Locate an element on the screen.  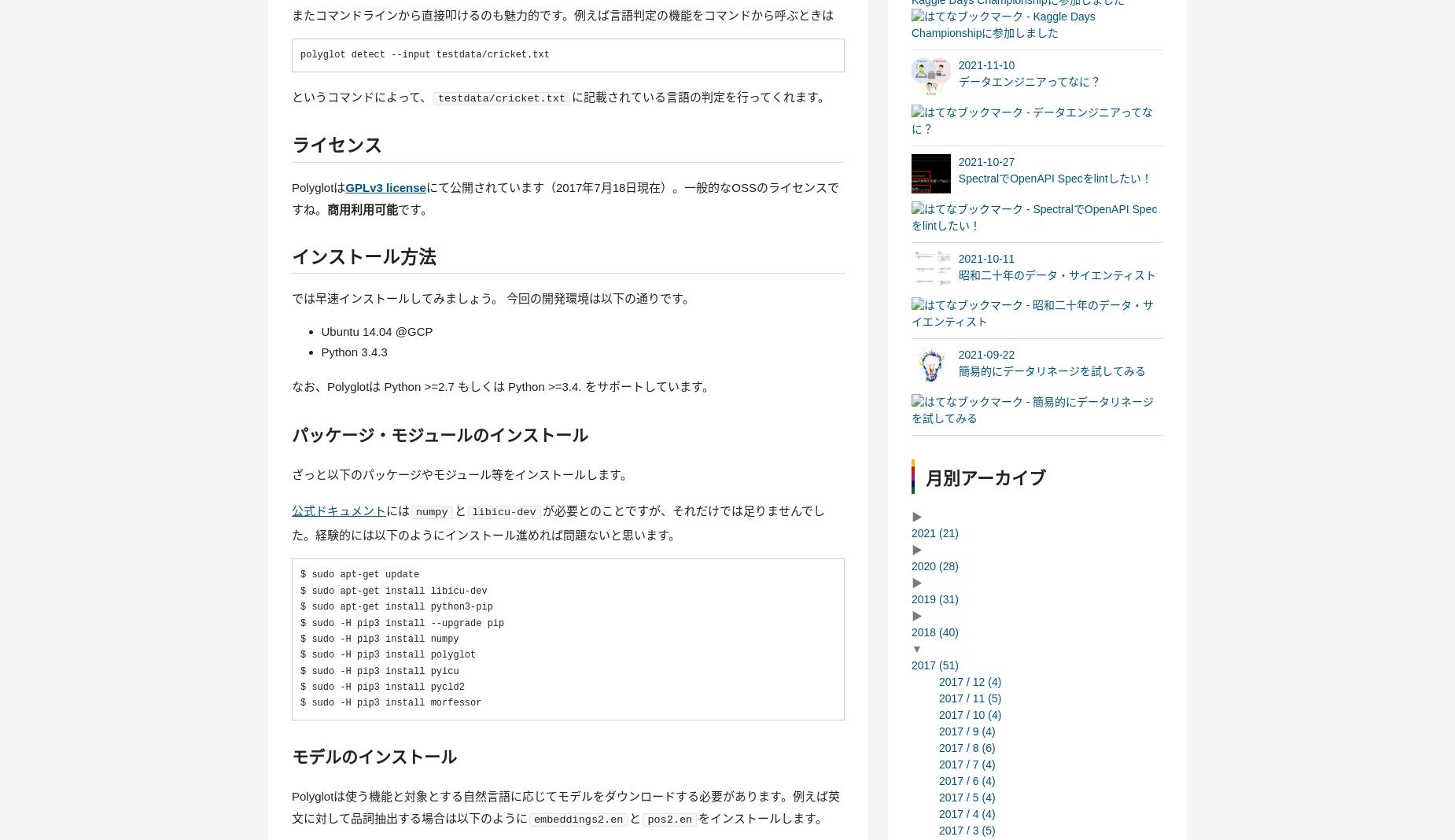
'2021-10-11' is located at coordinates (985, 256).